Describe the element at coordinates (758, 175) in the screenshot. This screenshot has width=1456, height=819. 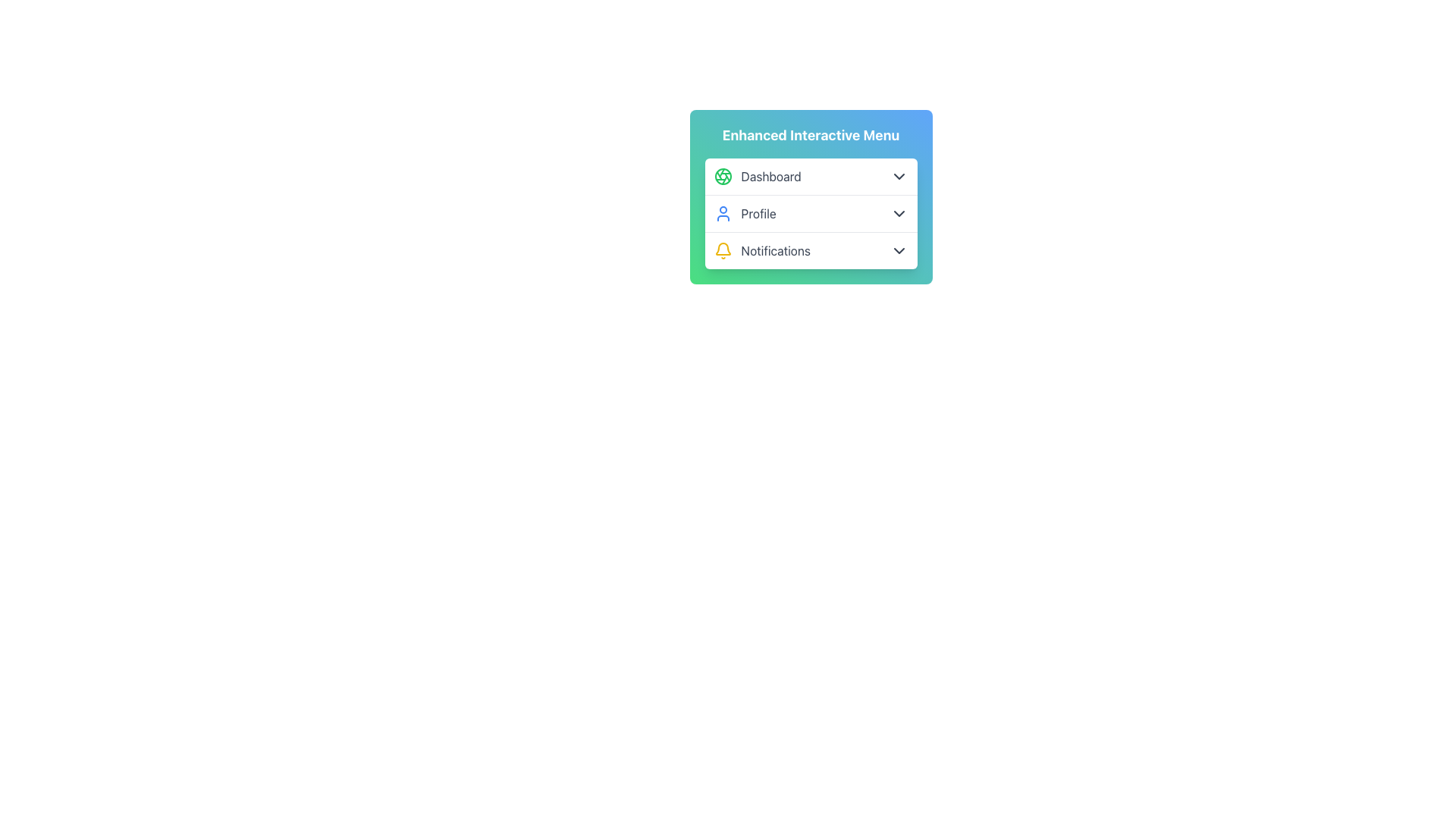
I see `the 'Dashboard' navigation link, which is represented by a green circular icon and bold text` at that location.